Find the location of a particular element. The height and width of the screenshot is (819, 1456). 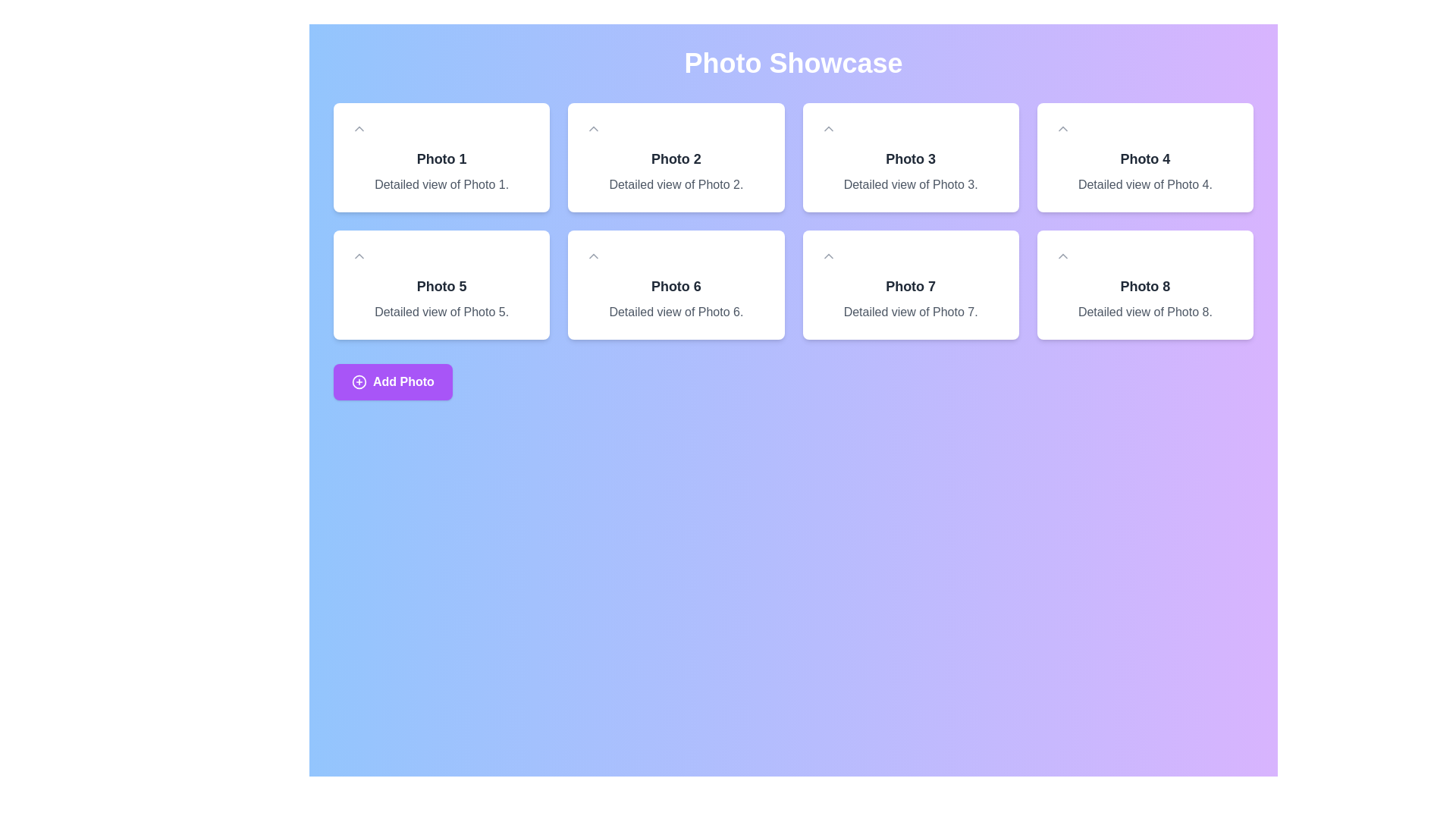

the toggle icon located in the top center region of the 'Photo 5' card is located at coordinates (359, 256).